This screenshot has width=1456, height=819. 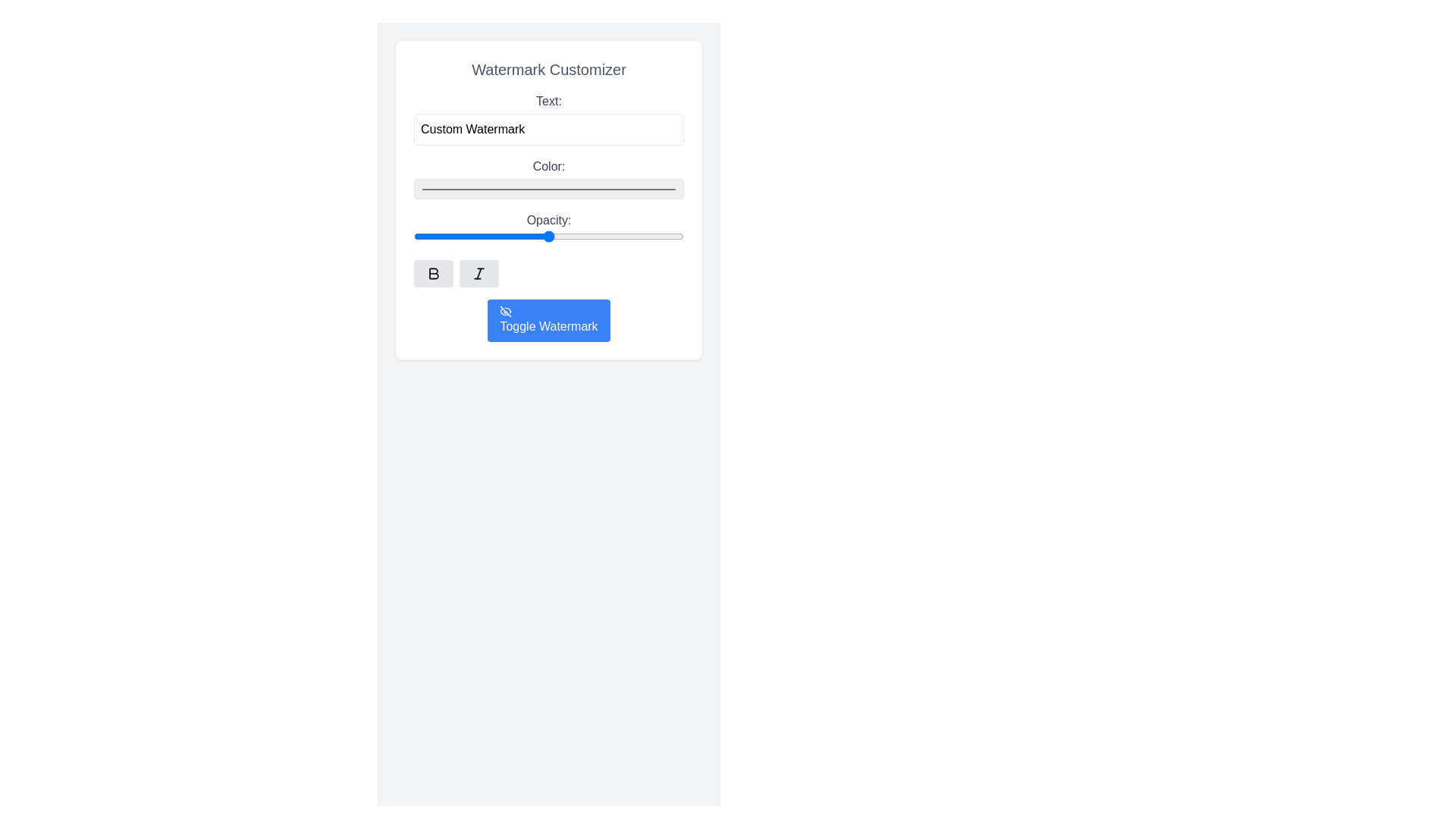 What do you see at coordinates (548, 188) in the screenshot?
I see `and drop a color value into the color input field located beneath the 'Color:' label in the layout` at bounding box center [548, 188].